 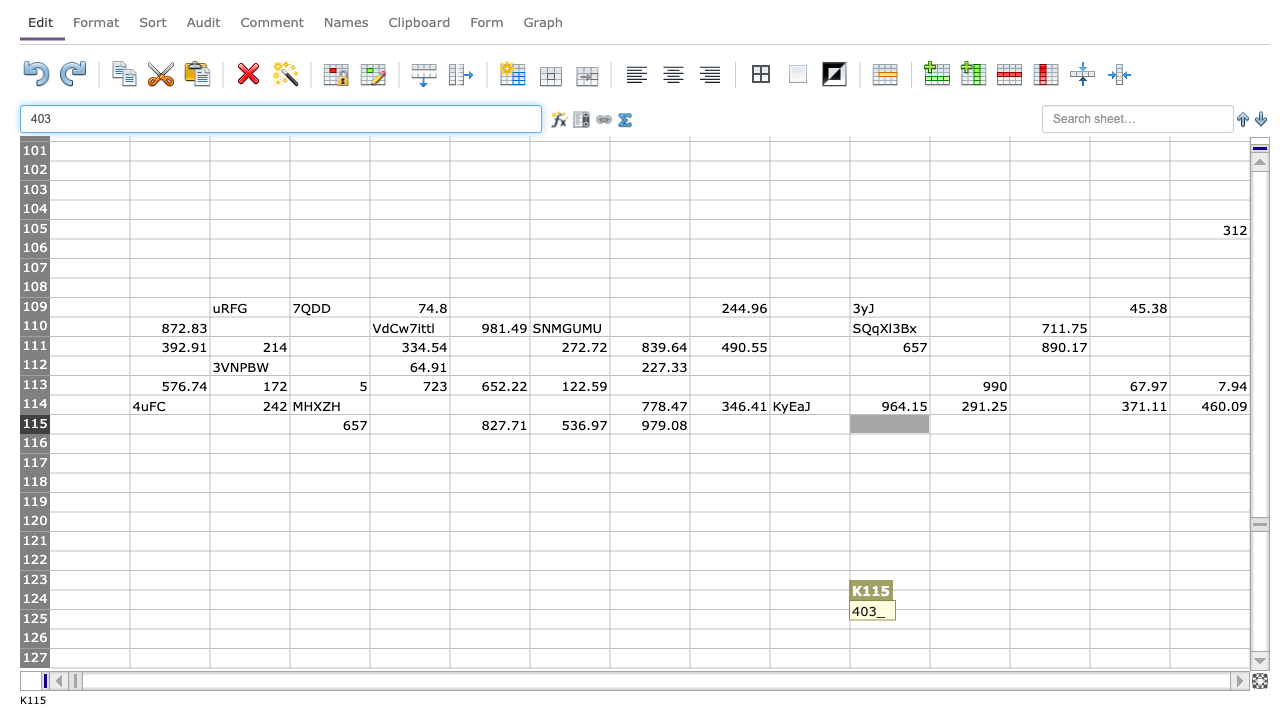 What do you see at coordinates (1048, 618) in the screenshot?
I see `Activate cell M125` at bounding box center [1048, 618].